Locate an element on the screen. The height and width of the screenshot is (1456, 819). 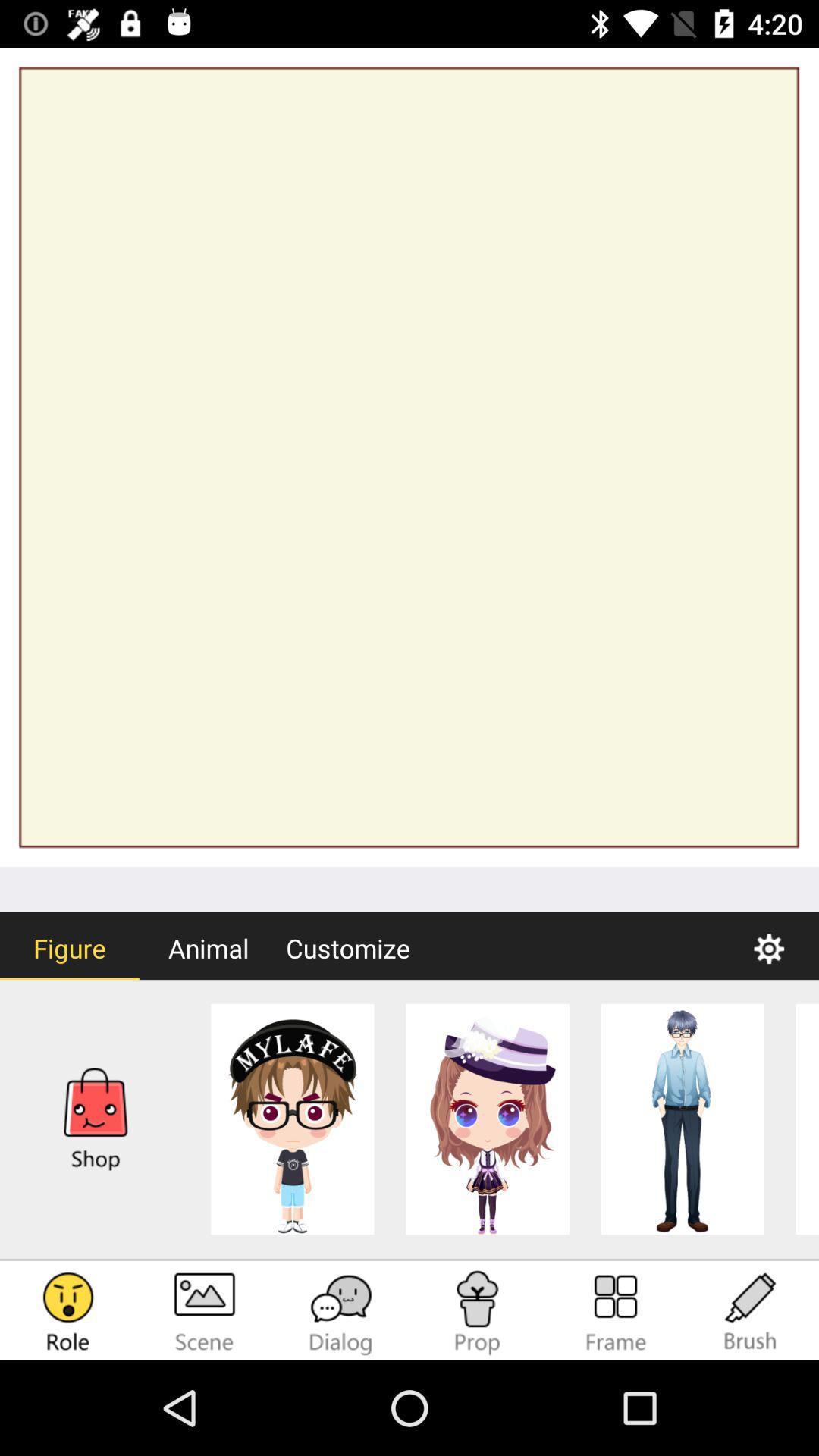
the emoji icon is located at coordinates (67, 1312).